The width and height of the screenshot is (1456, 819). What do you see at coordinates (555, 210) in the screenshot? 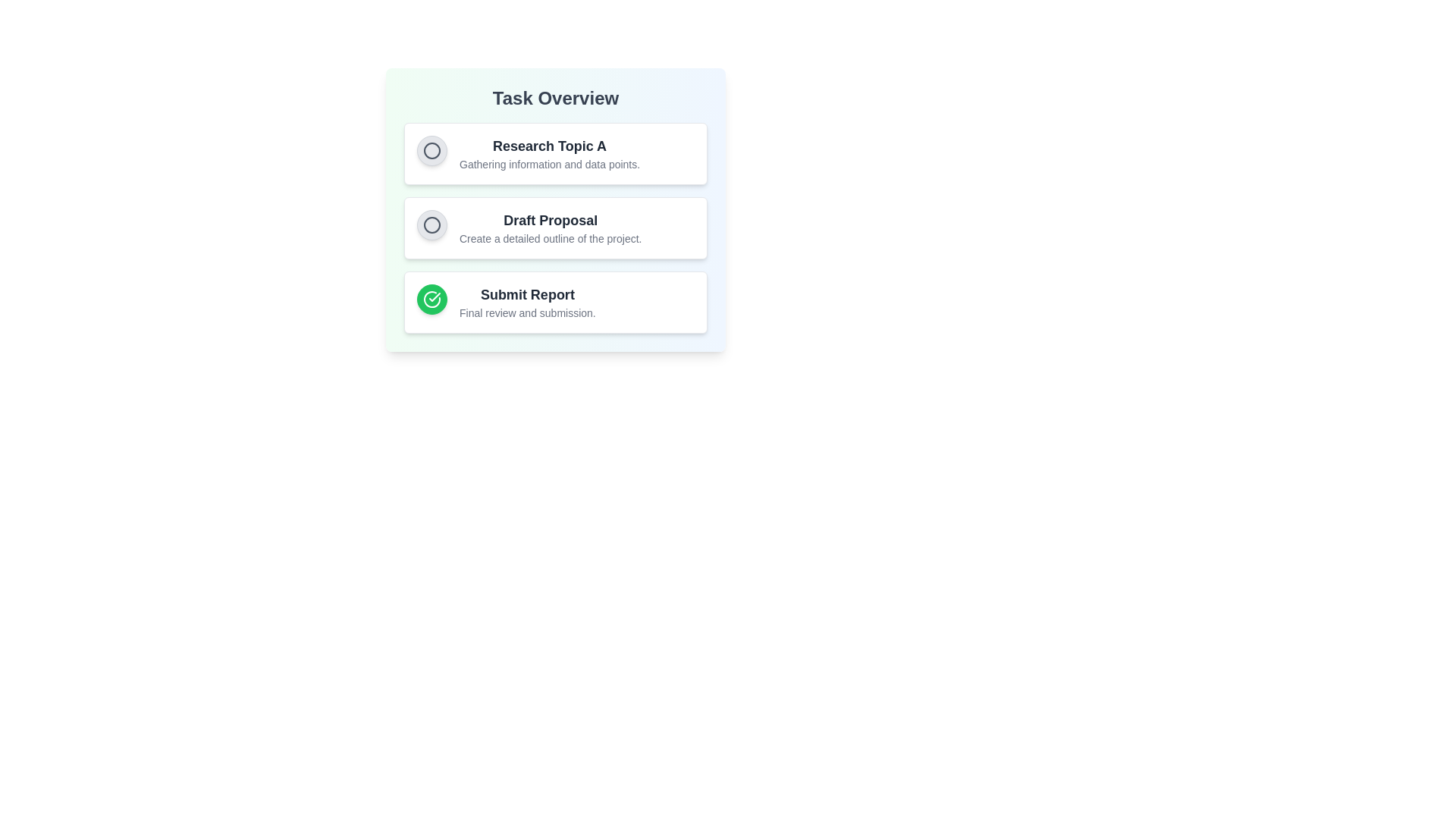
I see `the informational card that summarizes tasks, including 'Draft Proposal', located as the second card in a vertical stack` at bounding box center [555, 210].